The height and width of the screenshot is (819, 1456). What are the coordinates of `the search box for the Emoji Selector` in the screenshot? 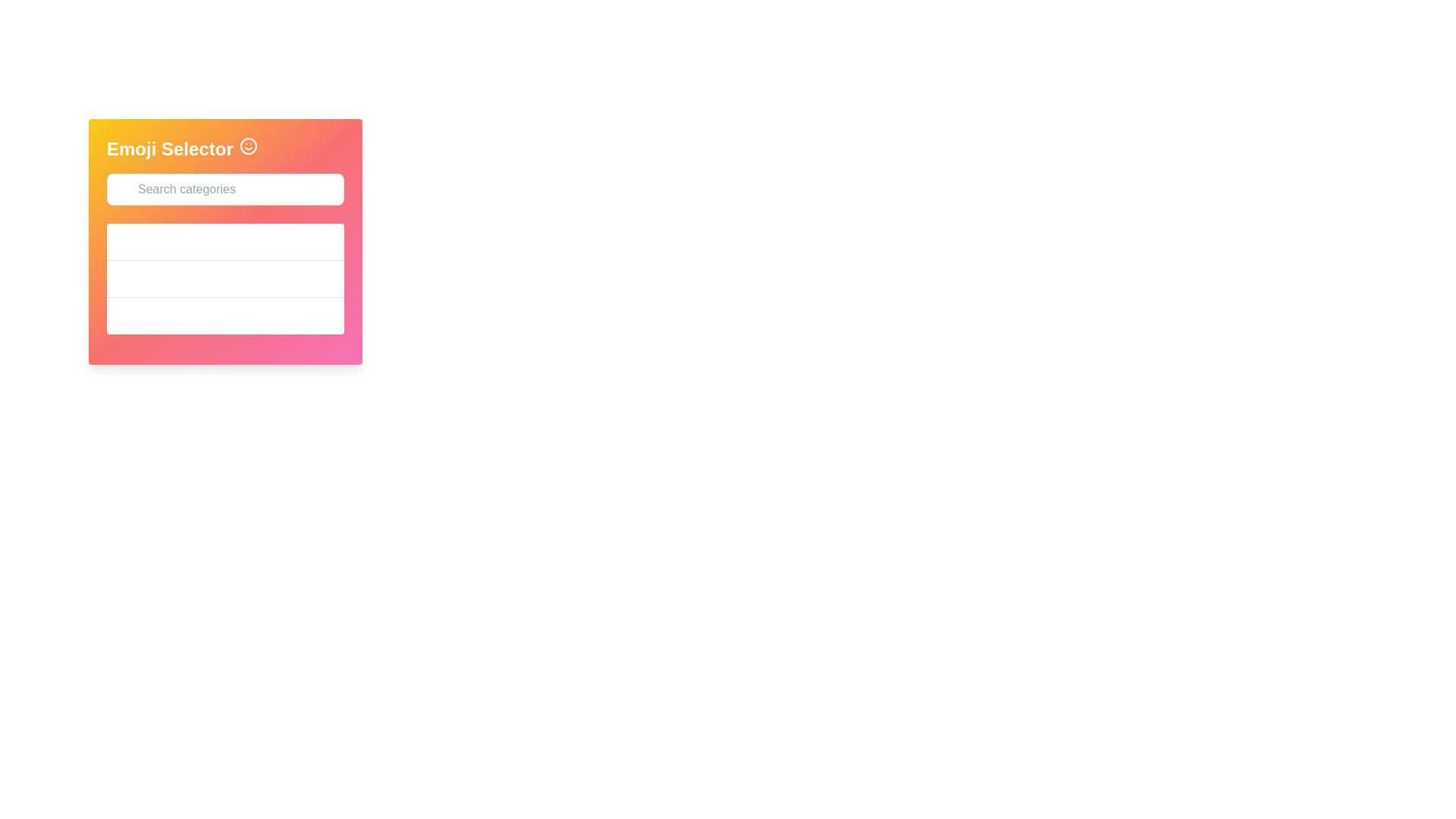 It's located at (224, 189).